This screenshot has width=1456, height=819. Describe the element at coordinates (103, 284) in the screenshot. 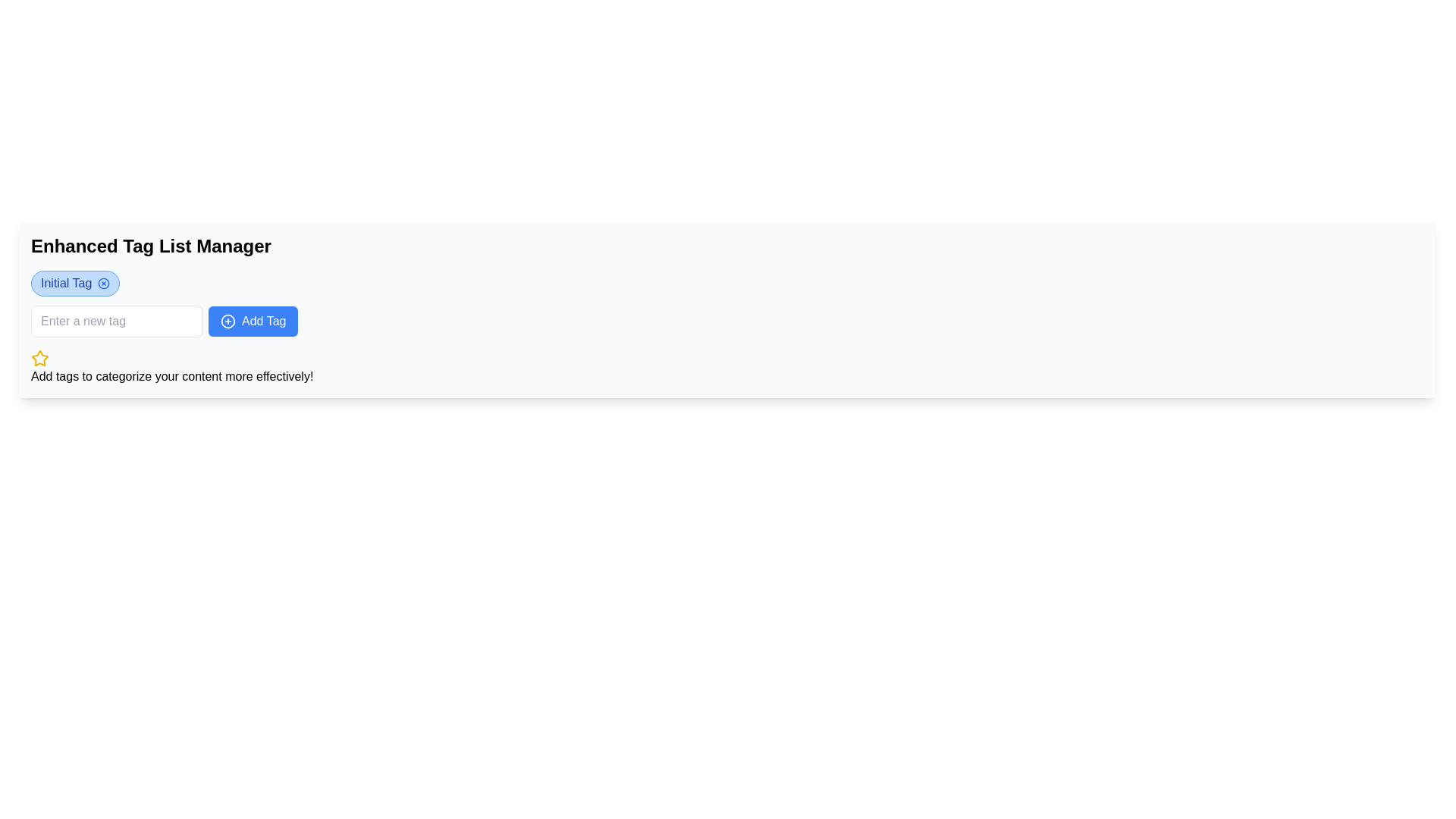

I see `the close button located at the right end of the tag 'Initial Tag'` at that location.